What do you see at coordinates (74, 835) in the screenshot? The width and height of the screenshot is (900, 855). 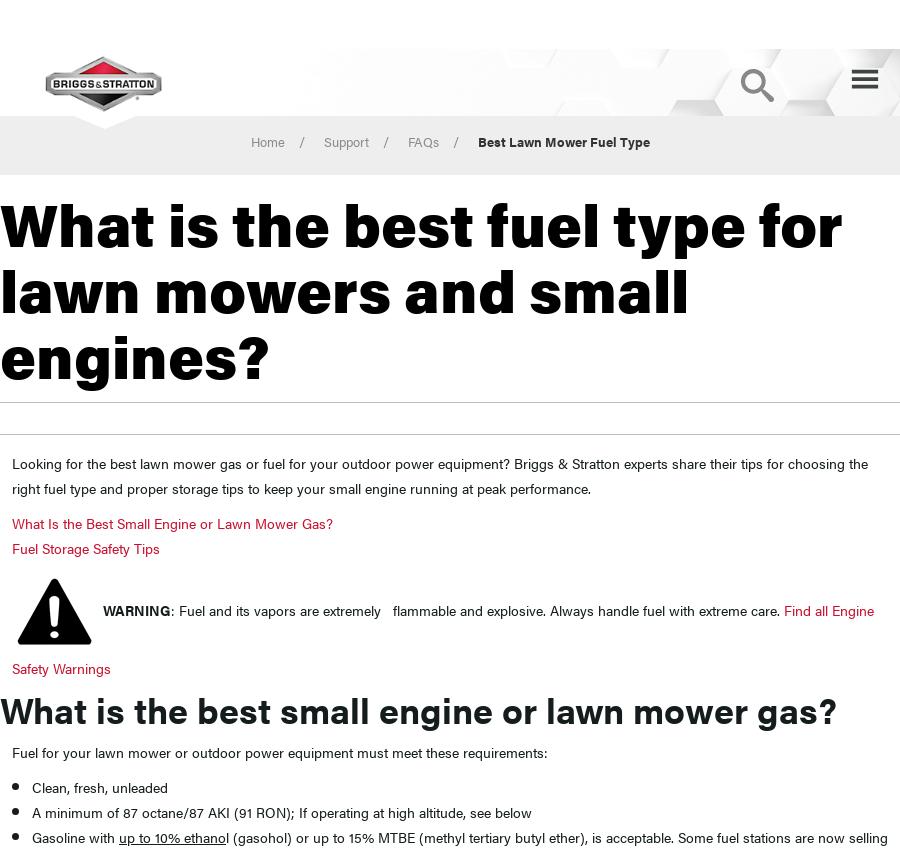 I see `'Gasoline with'` at bounding box center [74, 835].